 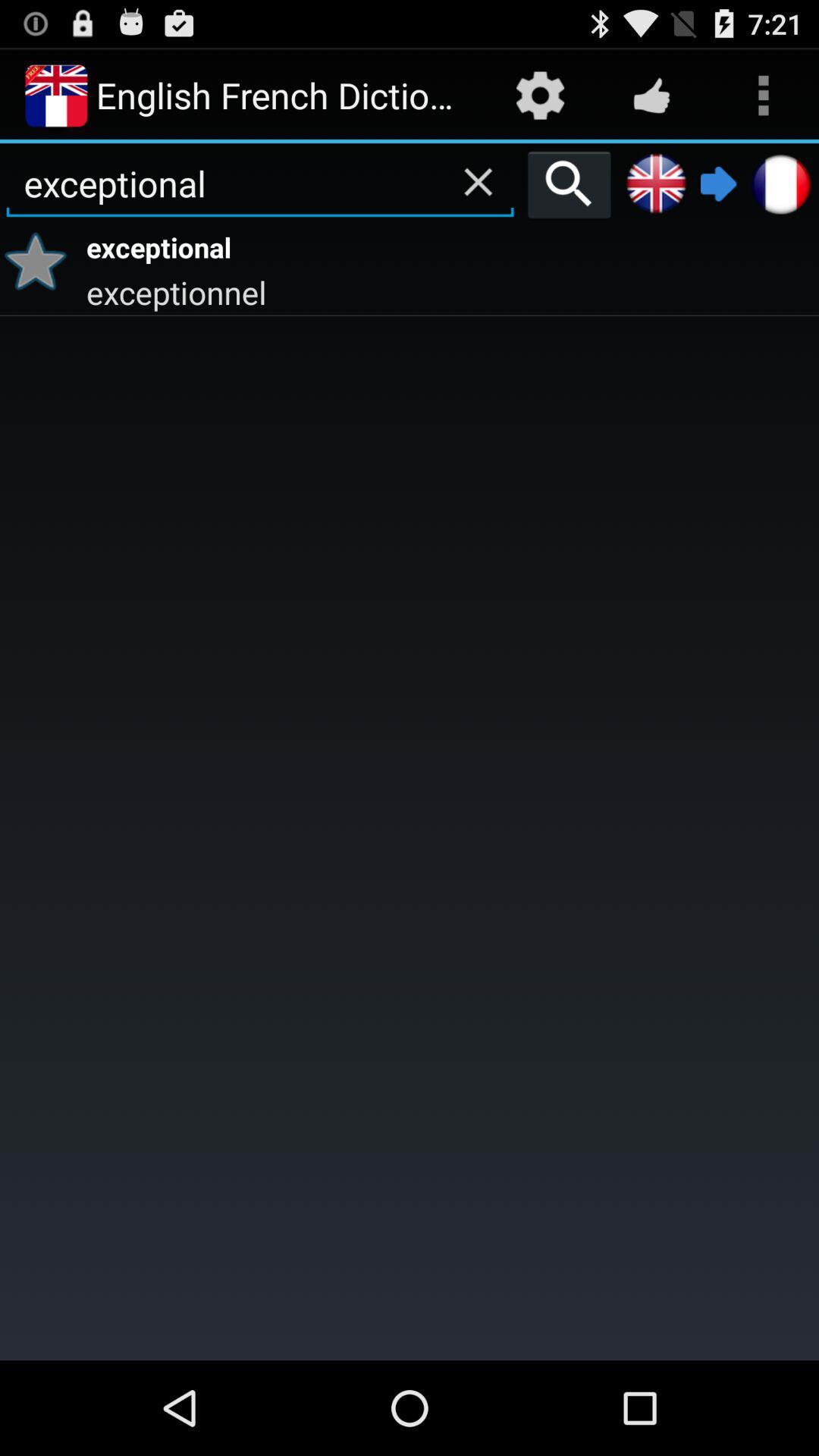 I want to click on the icon next to exceptional, so click(x=569, y=184).